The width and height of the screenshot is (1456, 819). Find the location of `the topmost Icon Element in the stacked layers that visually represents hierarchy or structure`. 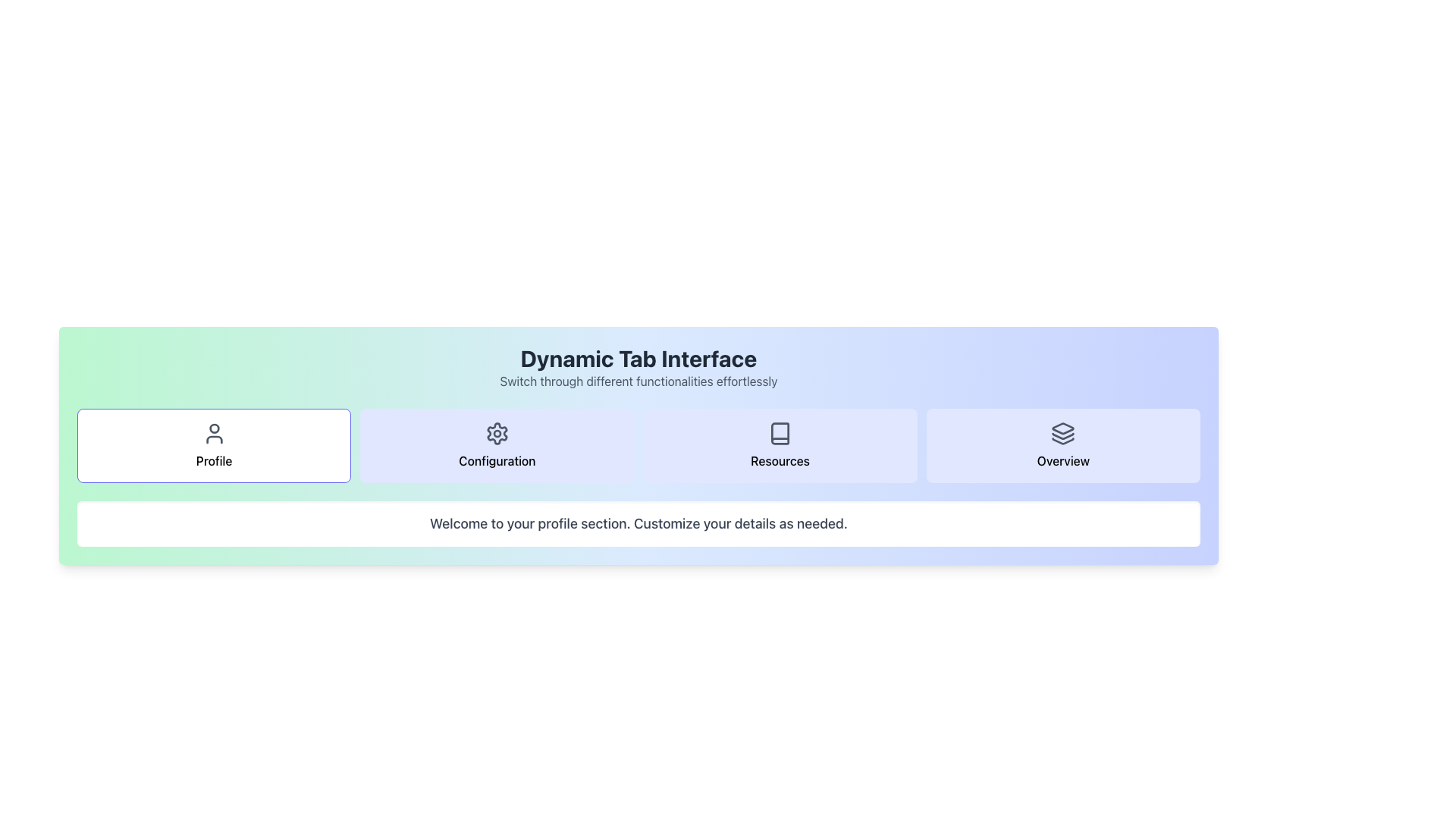

the topmost Icon Element in the stacked layers that visually represents hierarchy or structure is located at coordinates (1062, 428).